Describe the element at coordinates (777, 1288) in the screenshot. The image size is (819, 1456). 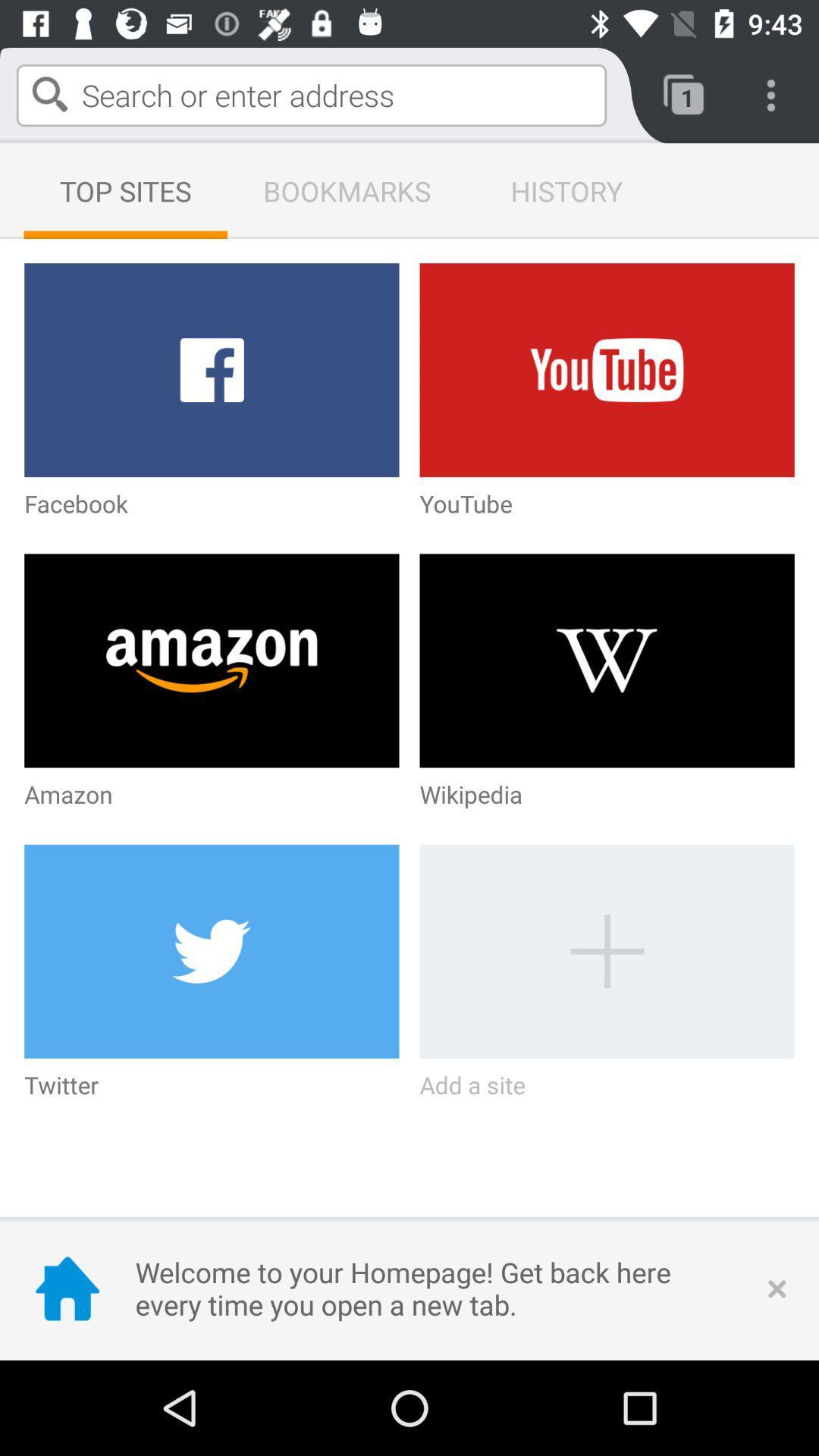
I see `the close icon` at that location.